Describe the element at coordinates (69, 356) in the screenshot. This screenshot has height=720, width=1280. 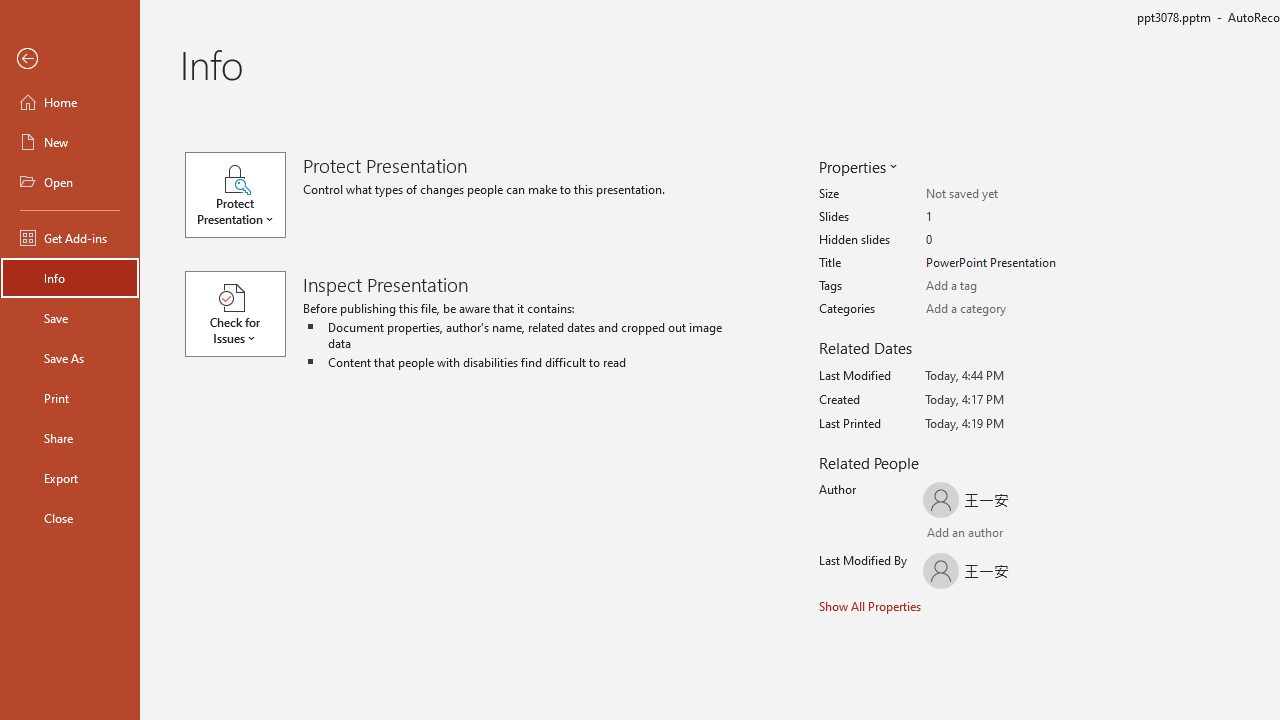
I see `'Save As'` at that location.